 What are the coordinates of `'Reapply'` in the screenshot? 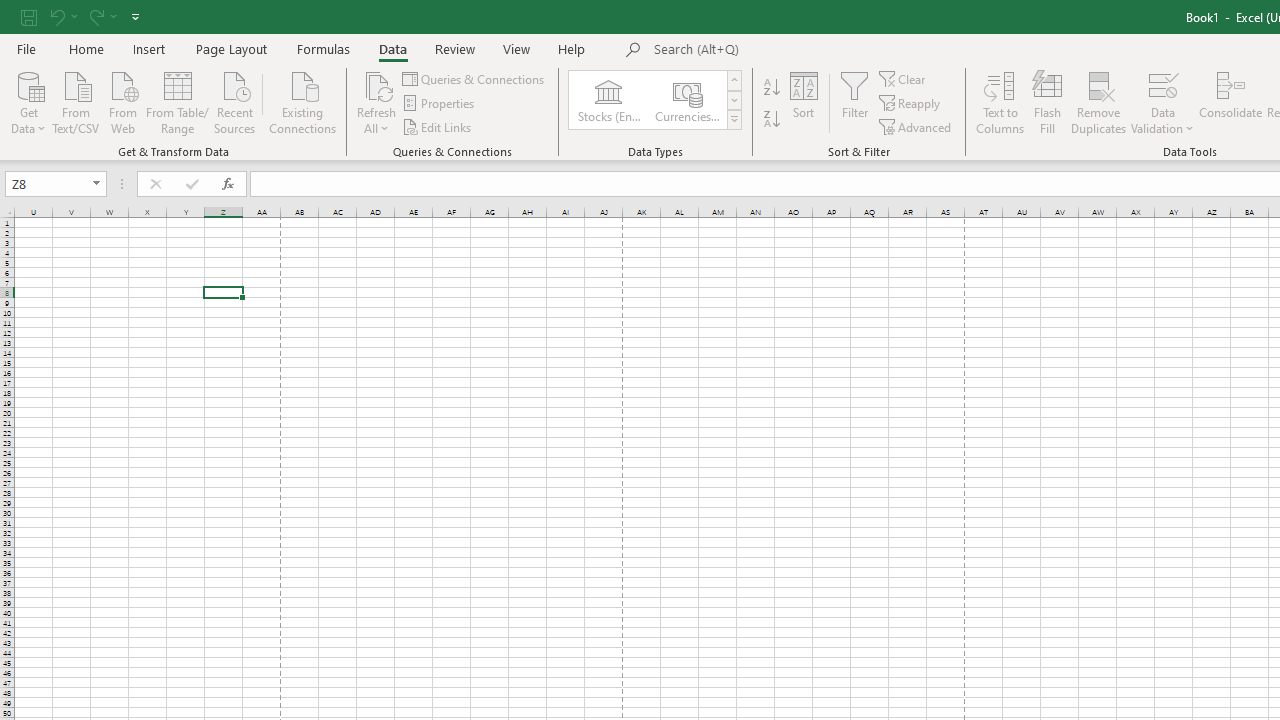 It's located at (910, 103).